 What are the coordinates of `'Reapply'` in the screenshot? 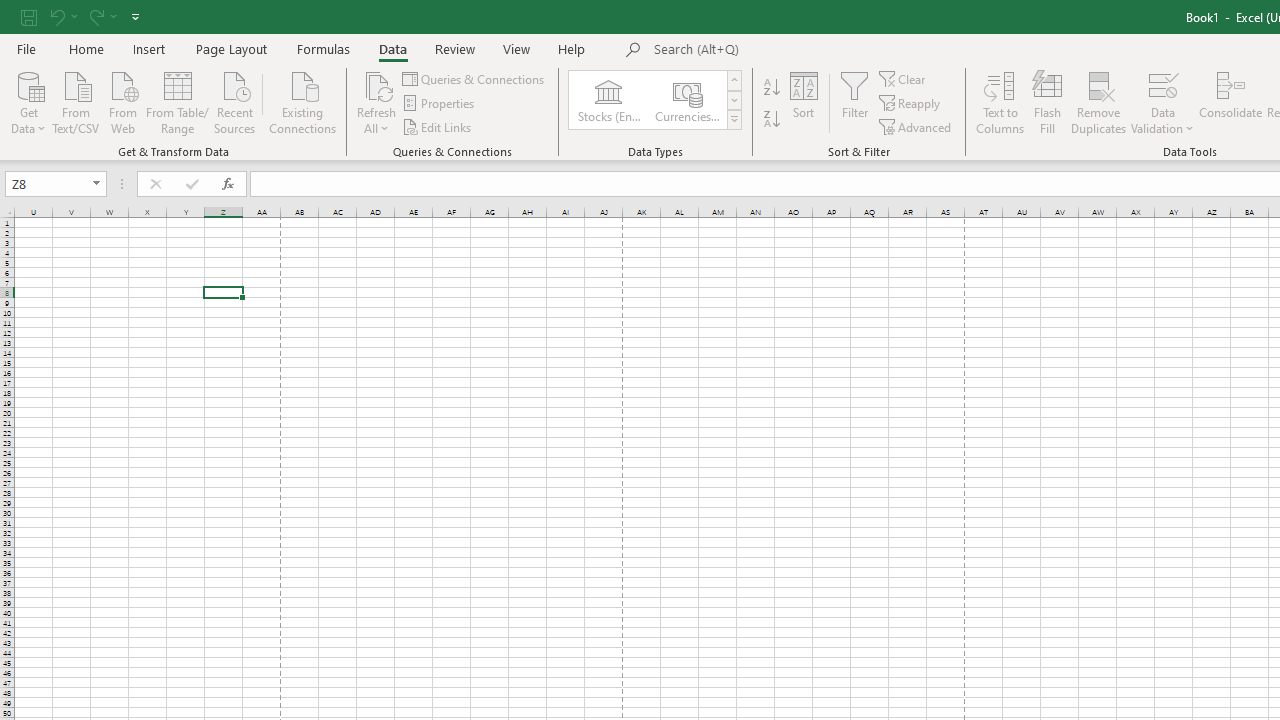 It's located at (910, 103).